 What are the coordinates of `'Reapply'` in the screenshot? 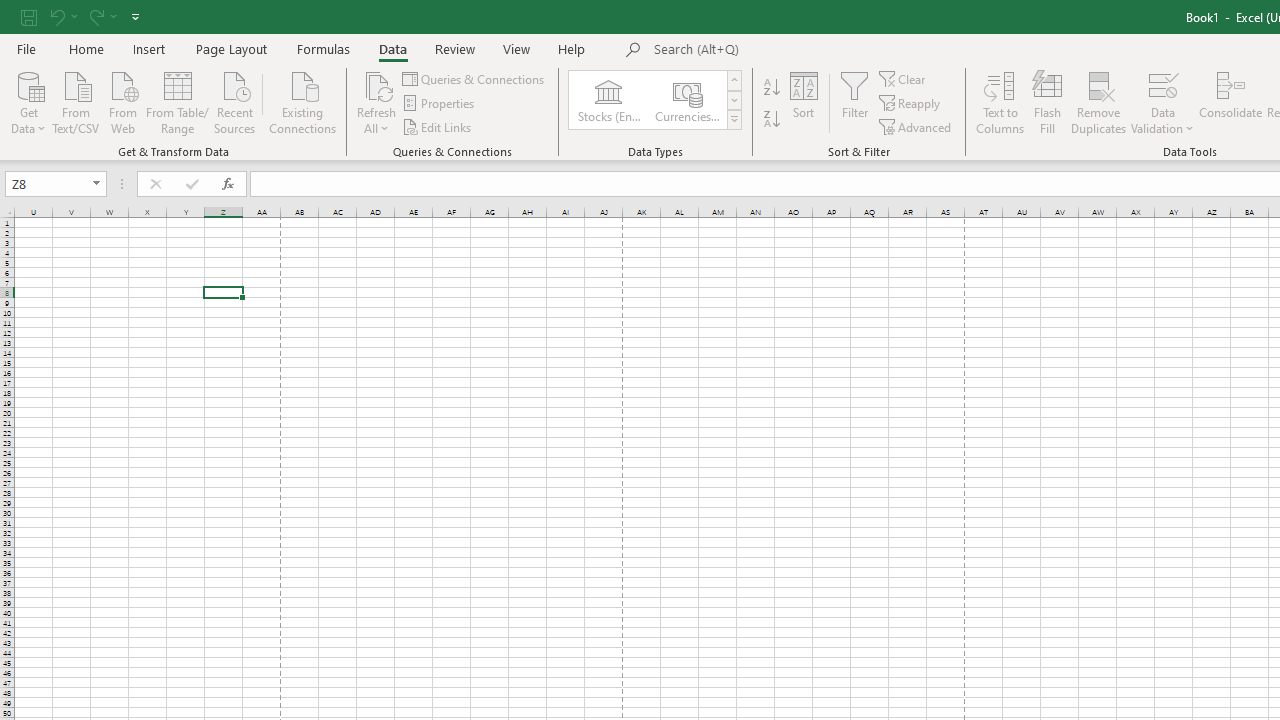 It's located at (910, 103).